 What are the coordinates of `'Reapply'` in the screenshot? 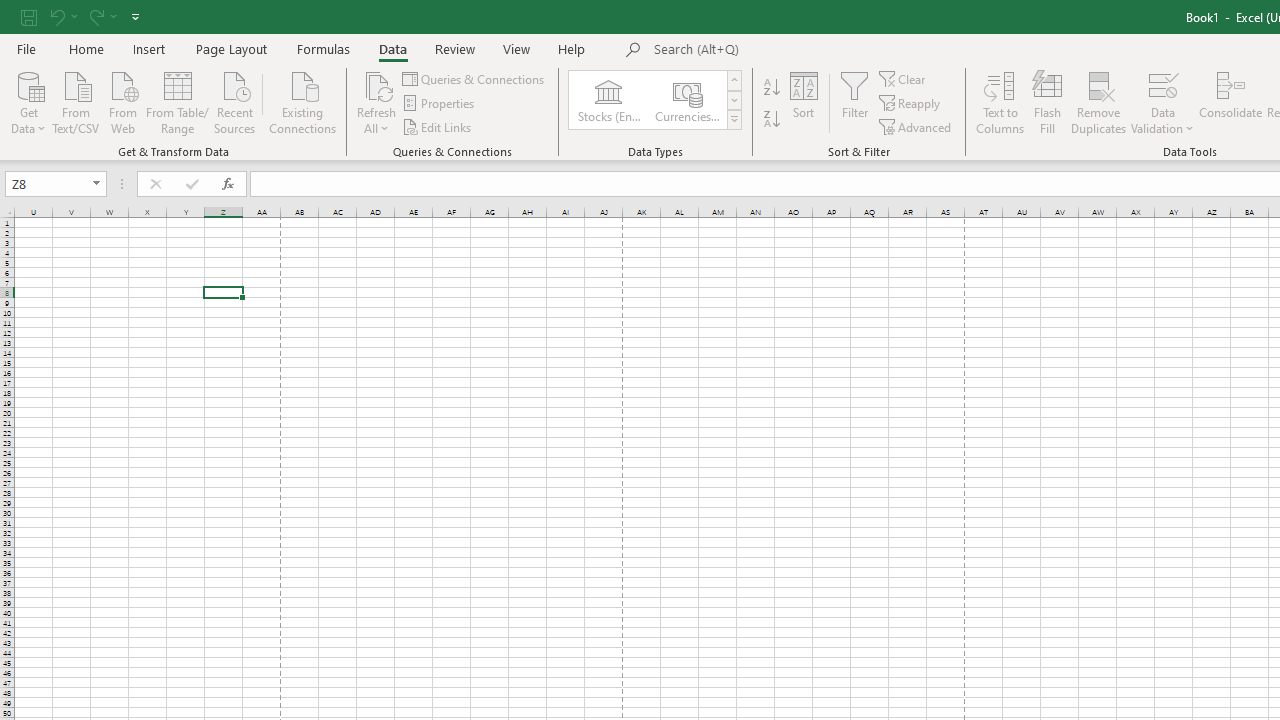 It's located at (910, 103).